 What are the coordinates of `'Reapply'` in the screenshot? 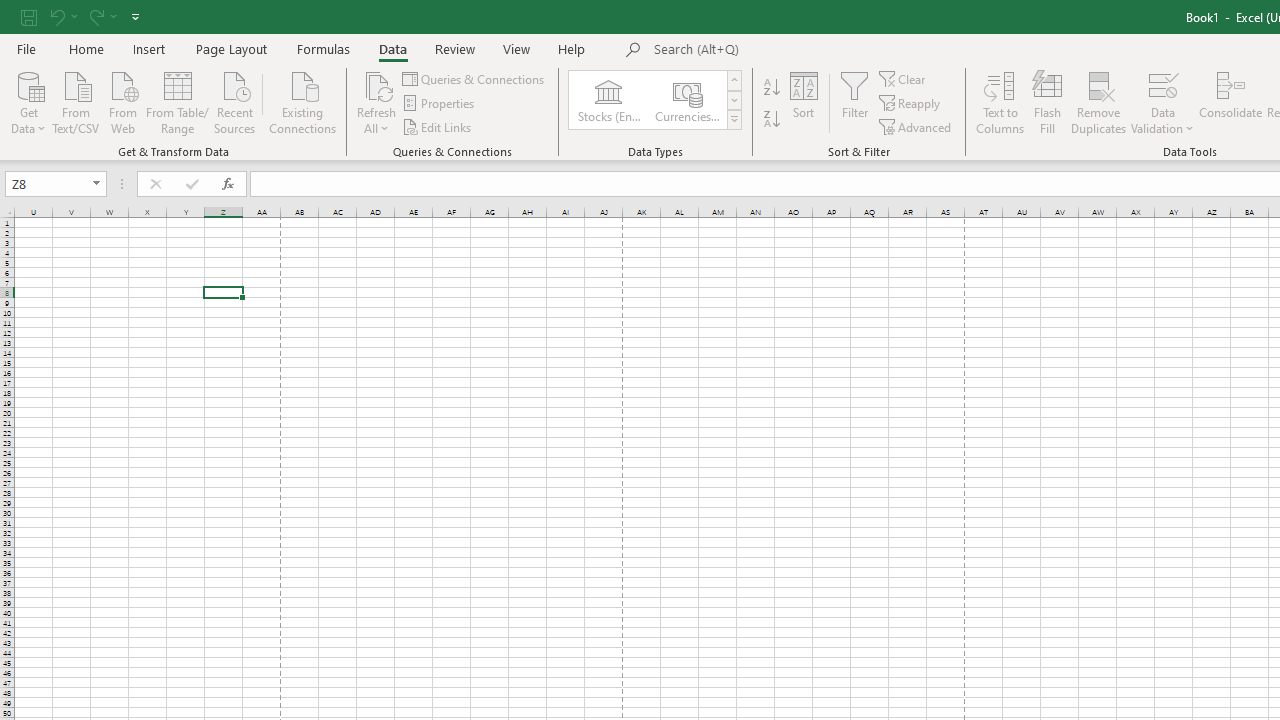 It's located at (910, 103).